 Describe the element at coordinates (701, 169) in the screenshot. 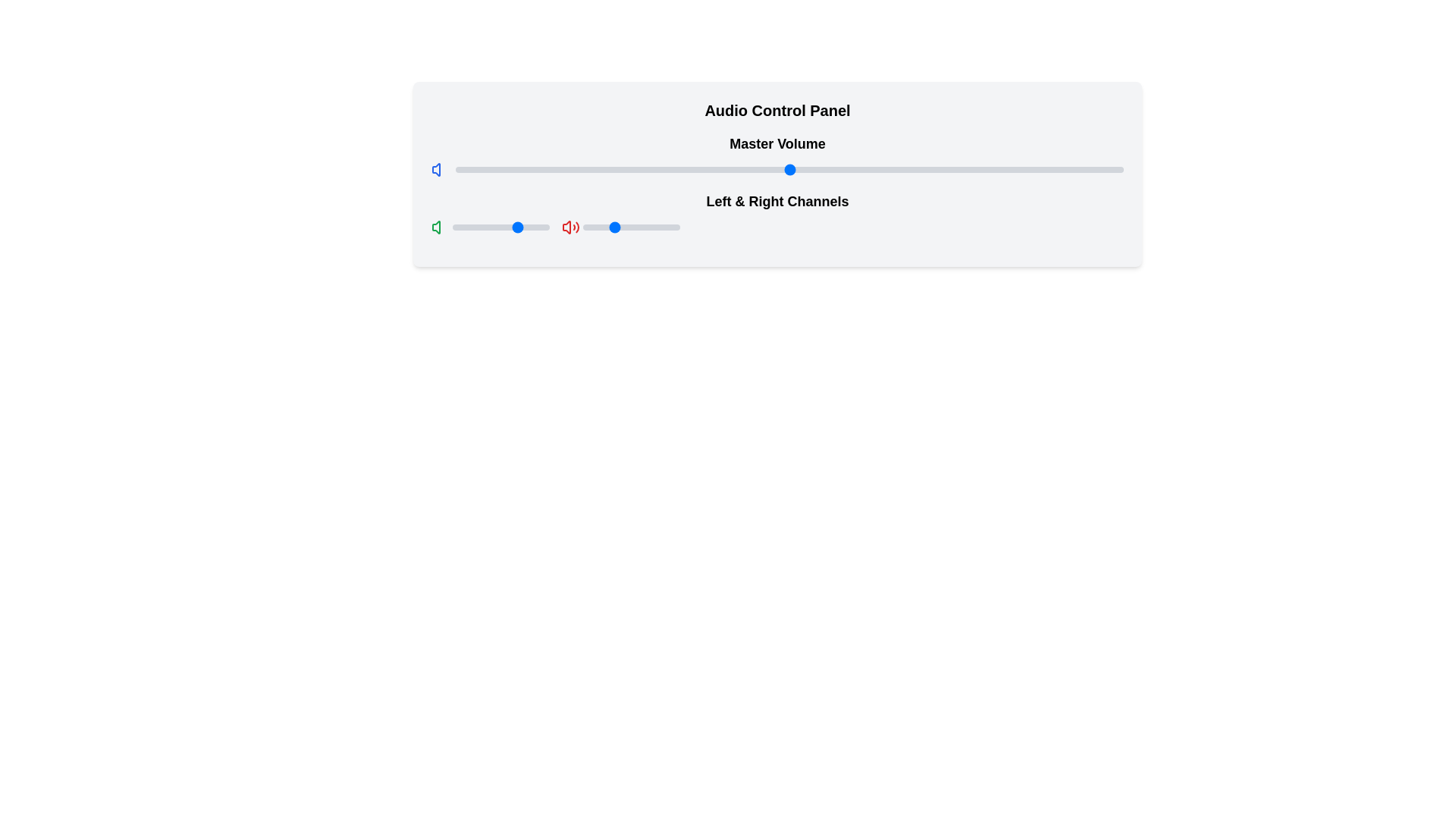

I see `the master volume` at that location.